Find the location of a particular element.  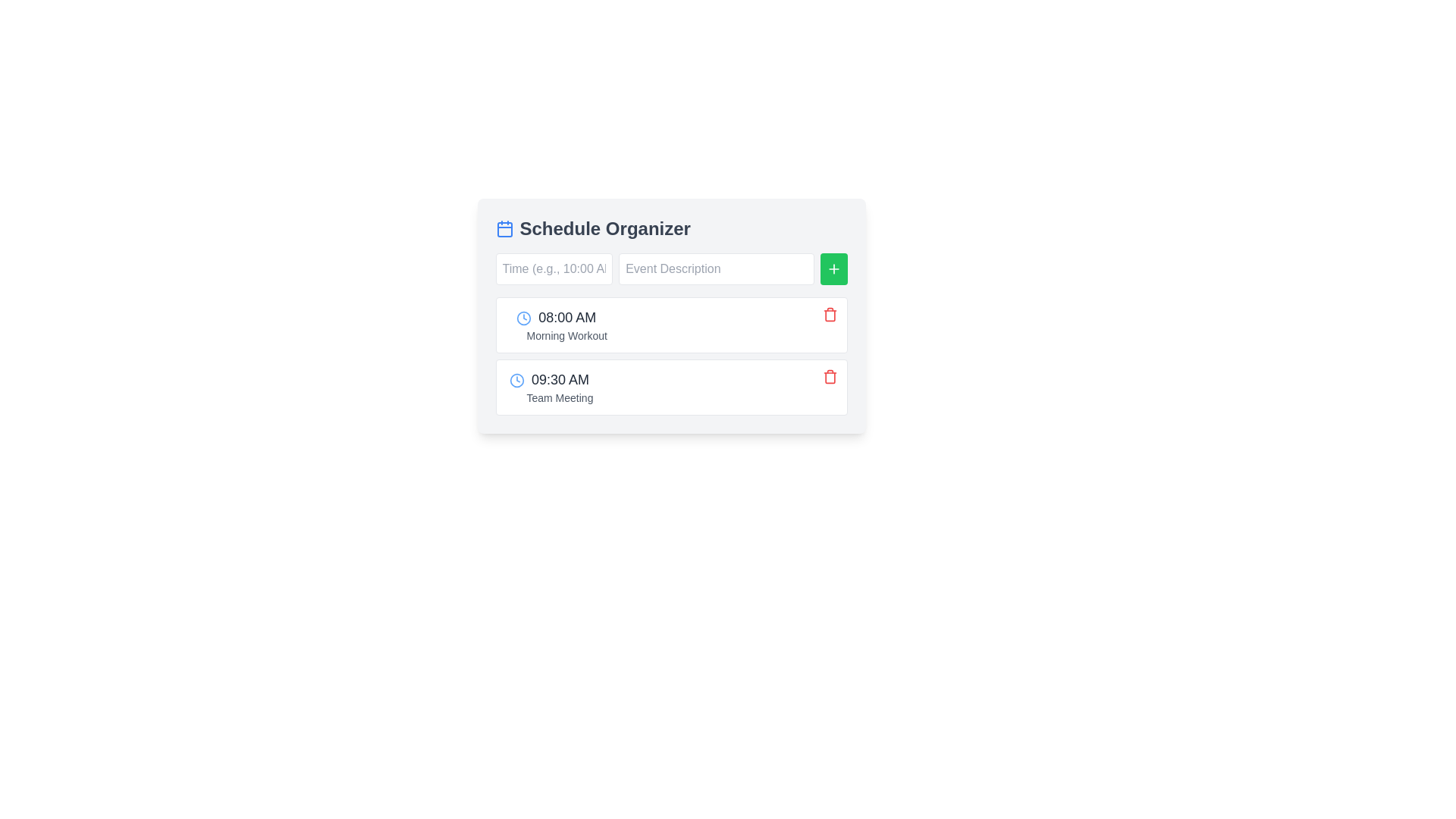

the small red trash bin icon button located to the right of the '09:30 AM Team Meeting' text is located at coordinates (829, 376).